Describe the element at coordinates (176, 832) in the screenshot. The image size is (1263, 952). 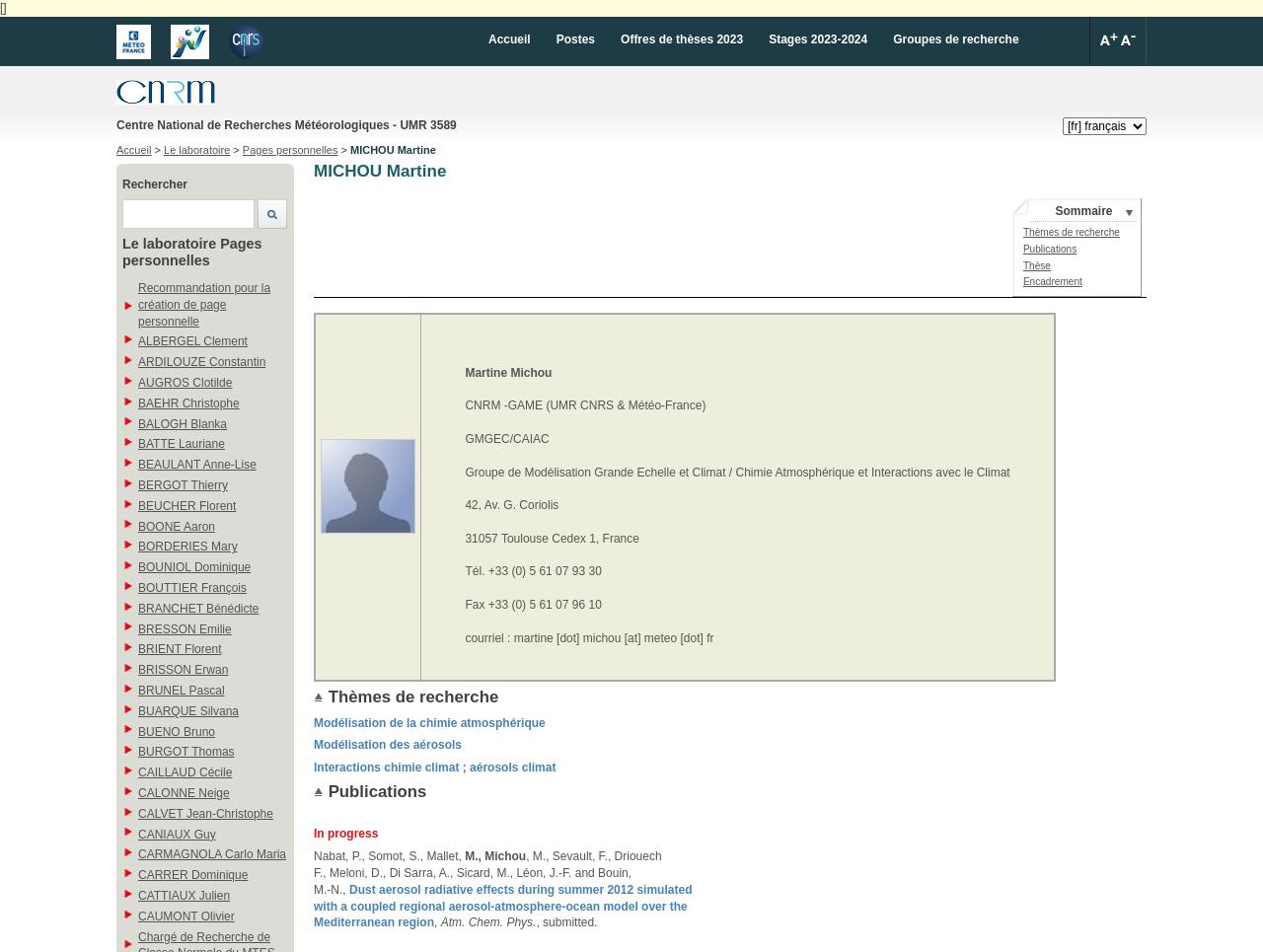
I see `'CANIAUX Guy'` at that location.